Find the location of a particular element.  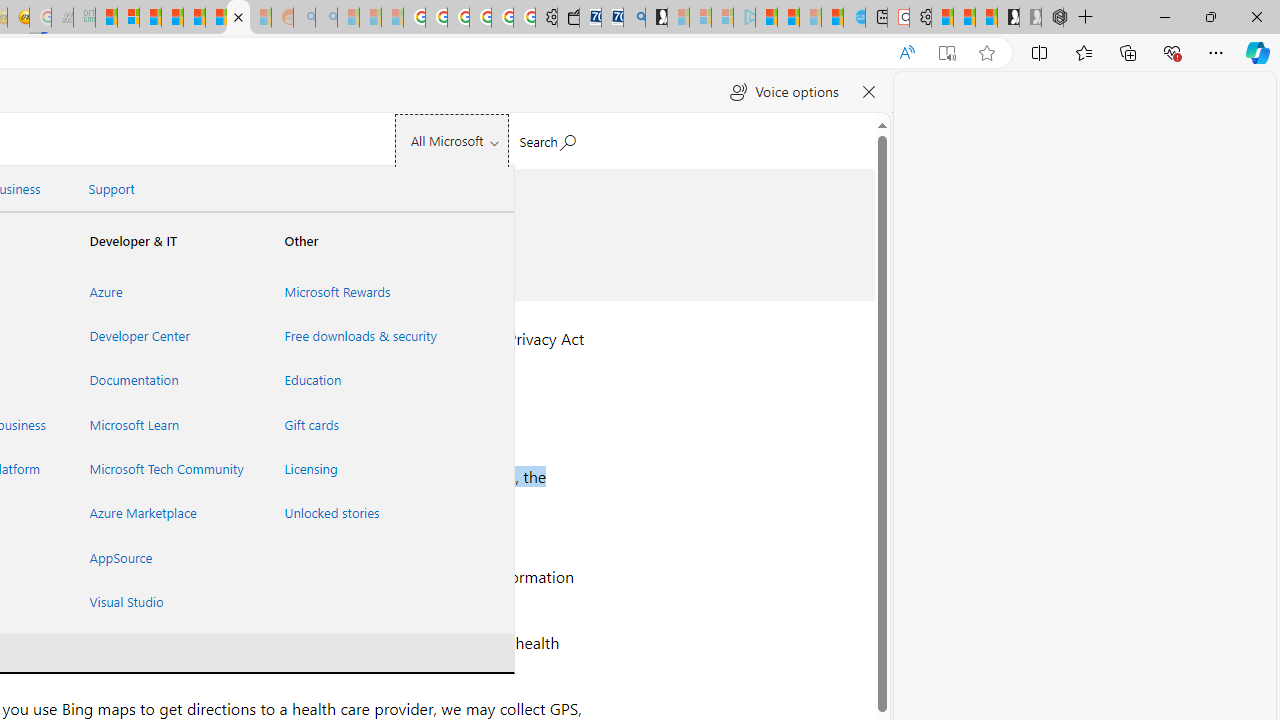

'Microsoft Start Gaming' is located at coordinates (656, 17).